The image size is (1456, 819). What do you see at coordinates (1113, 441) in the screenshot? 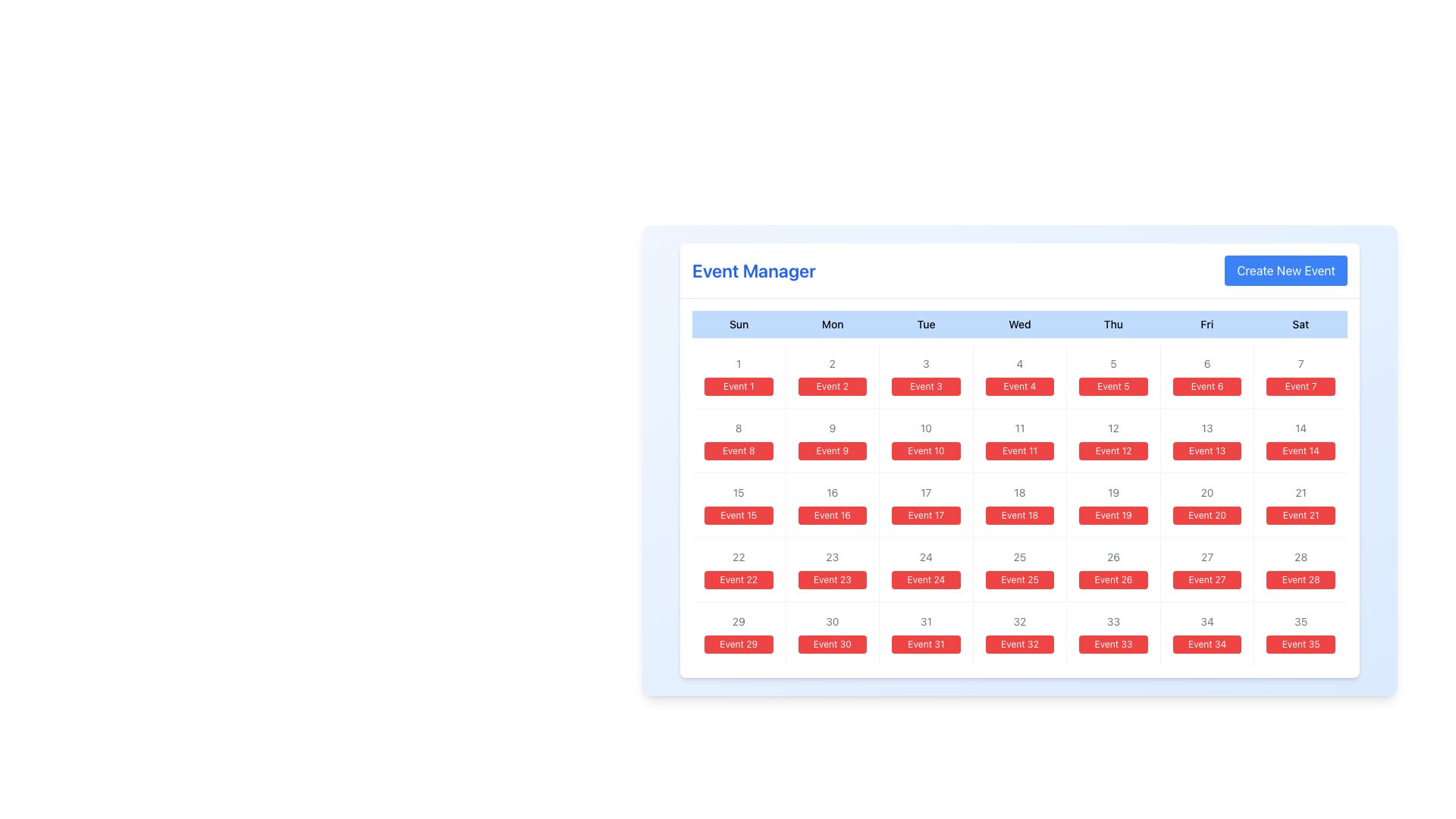
I see `the rectangular button labeled 'Event 12' with a red background, located` at bounding box center [1113, 441].